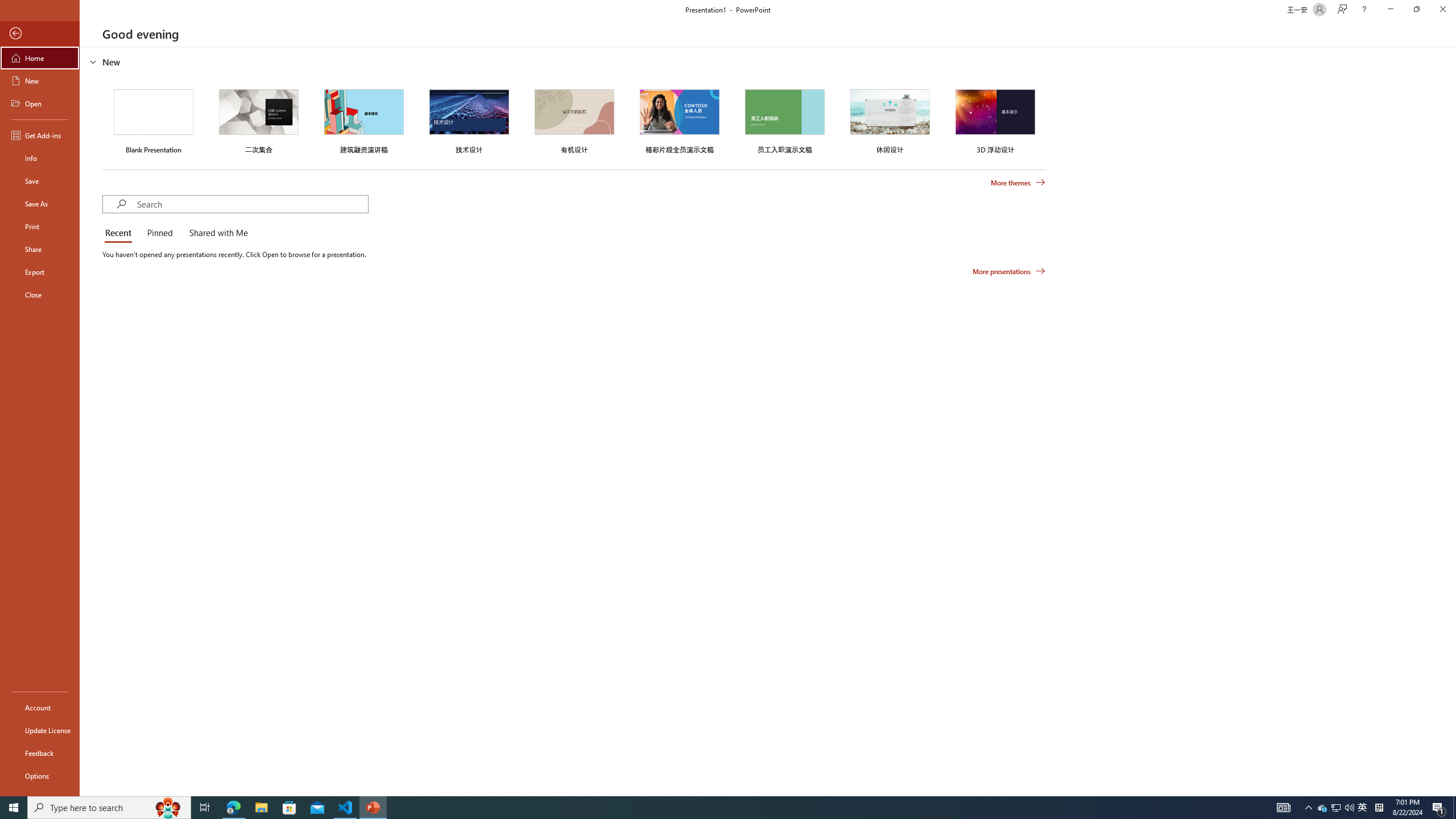  What do you see at coordinates (1017, 183) in the screenshot?
I see `'More themes'` at bounding box center [1017, 183].